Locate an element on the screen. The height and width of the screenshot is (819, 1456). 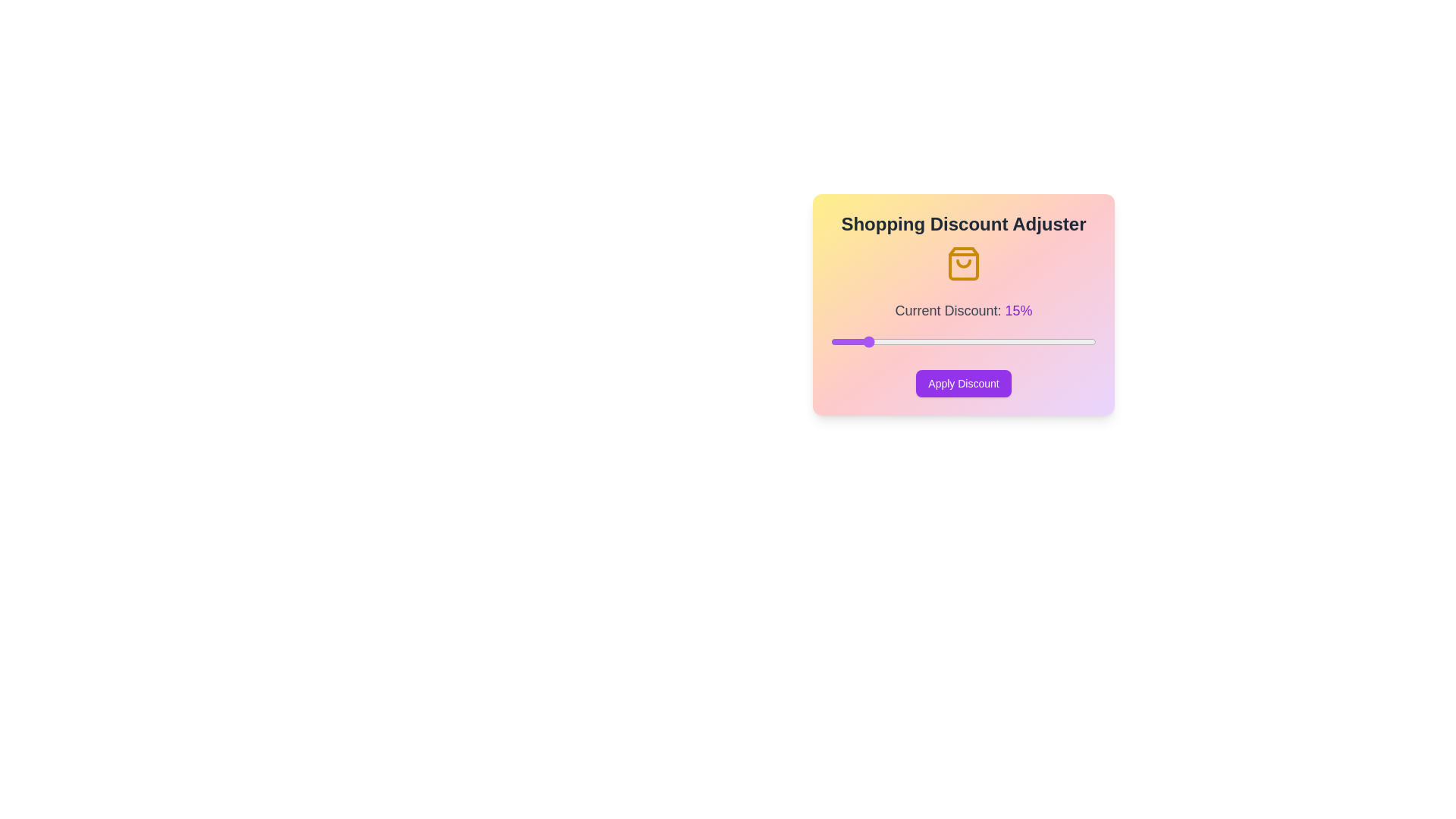
the discount slider to set the discount percentage to 48 is located at coordinates (1082, 342).